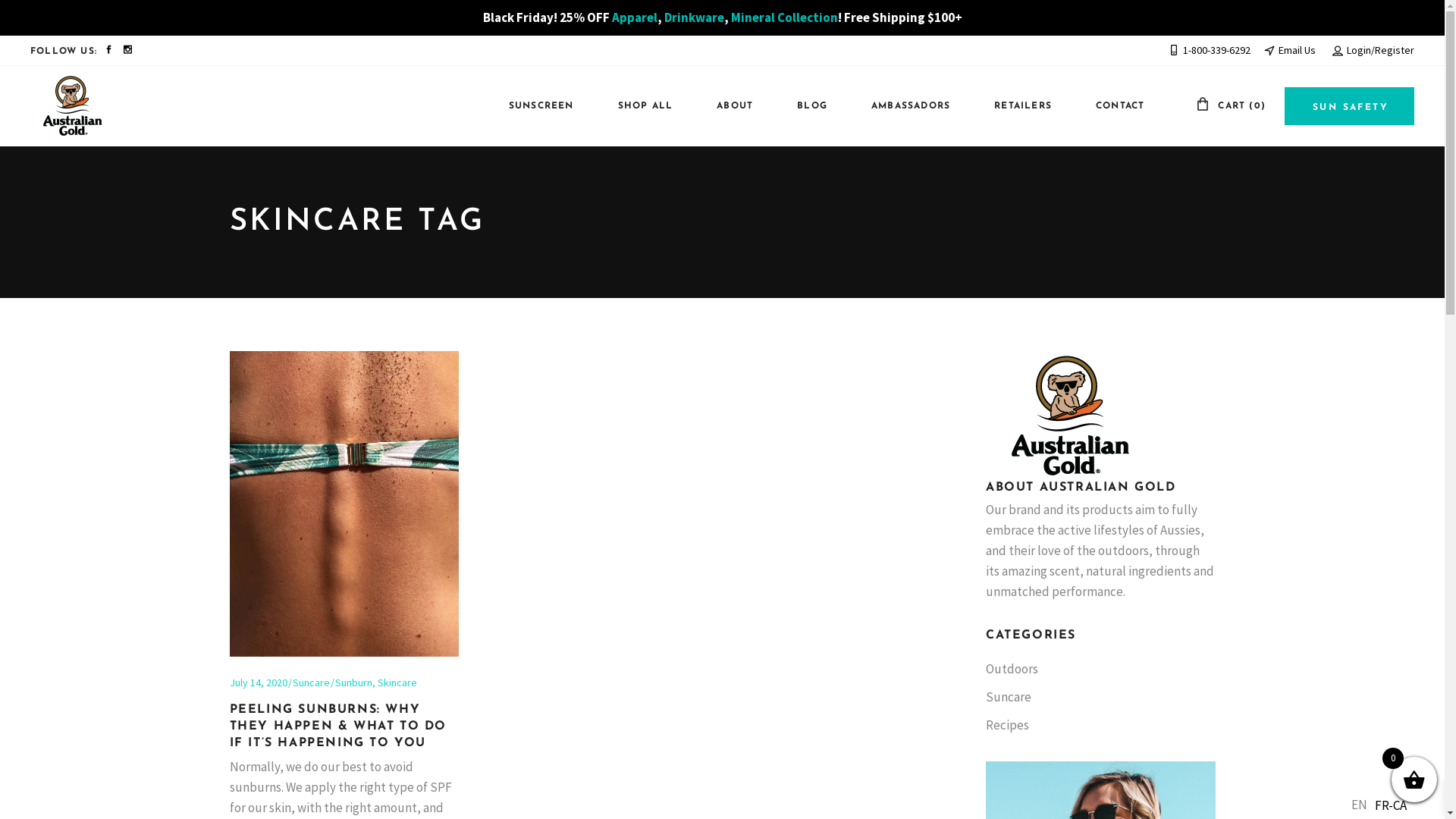 This screenshot has height=819, width=1456. Describe the element at coordinates (1112, 105) in the screenshot. I see `'CONTACT'` at that location.